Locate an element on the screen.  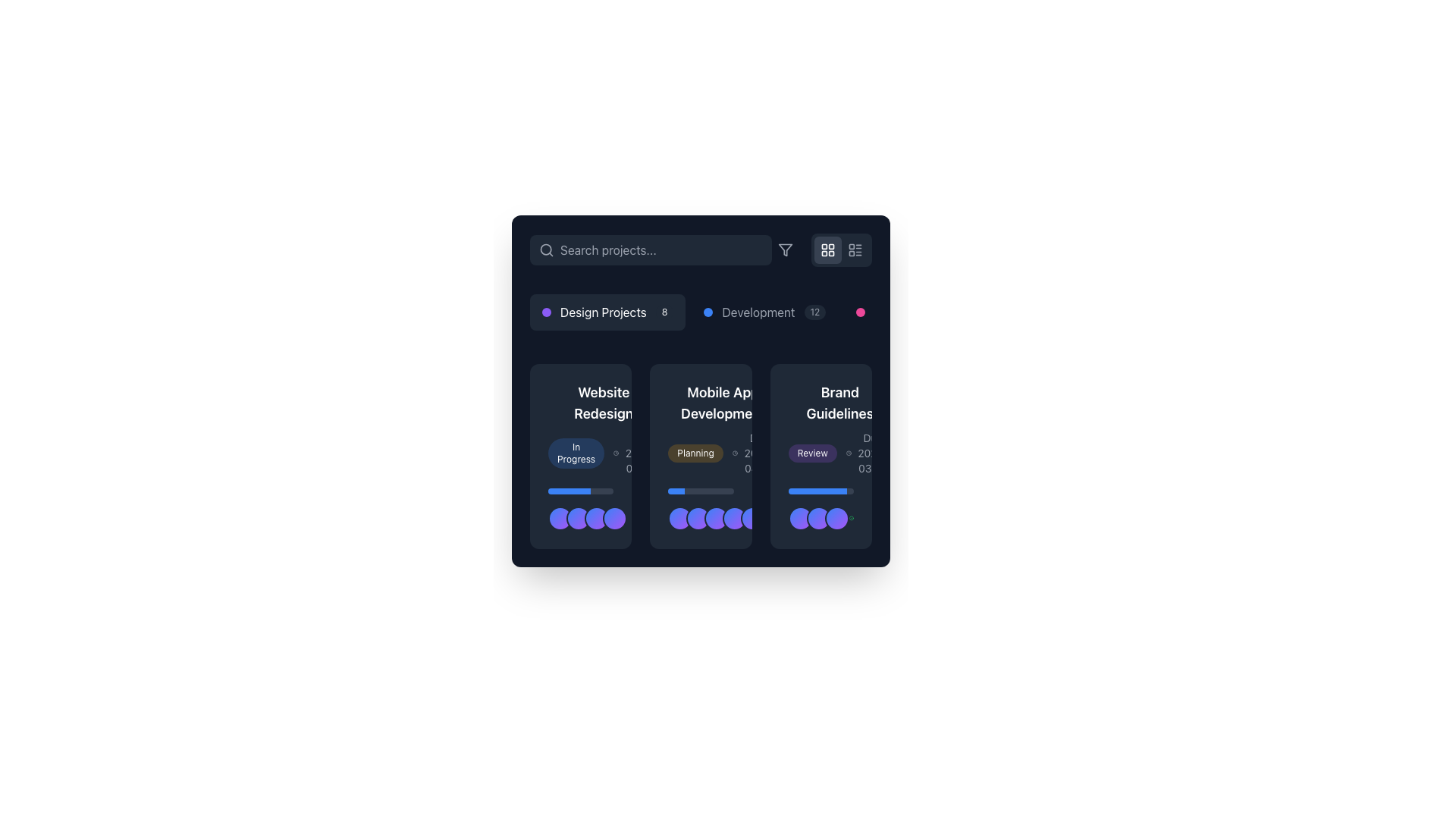
the Grouped Avatar Icons located in the bottom section of the leftmost card in a grid of three cards is located at coordinates (586, 517).